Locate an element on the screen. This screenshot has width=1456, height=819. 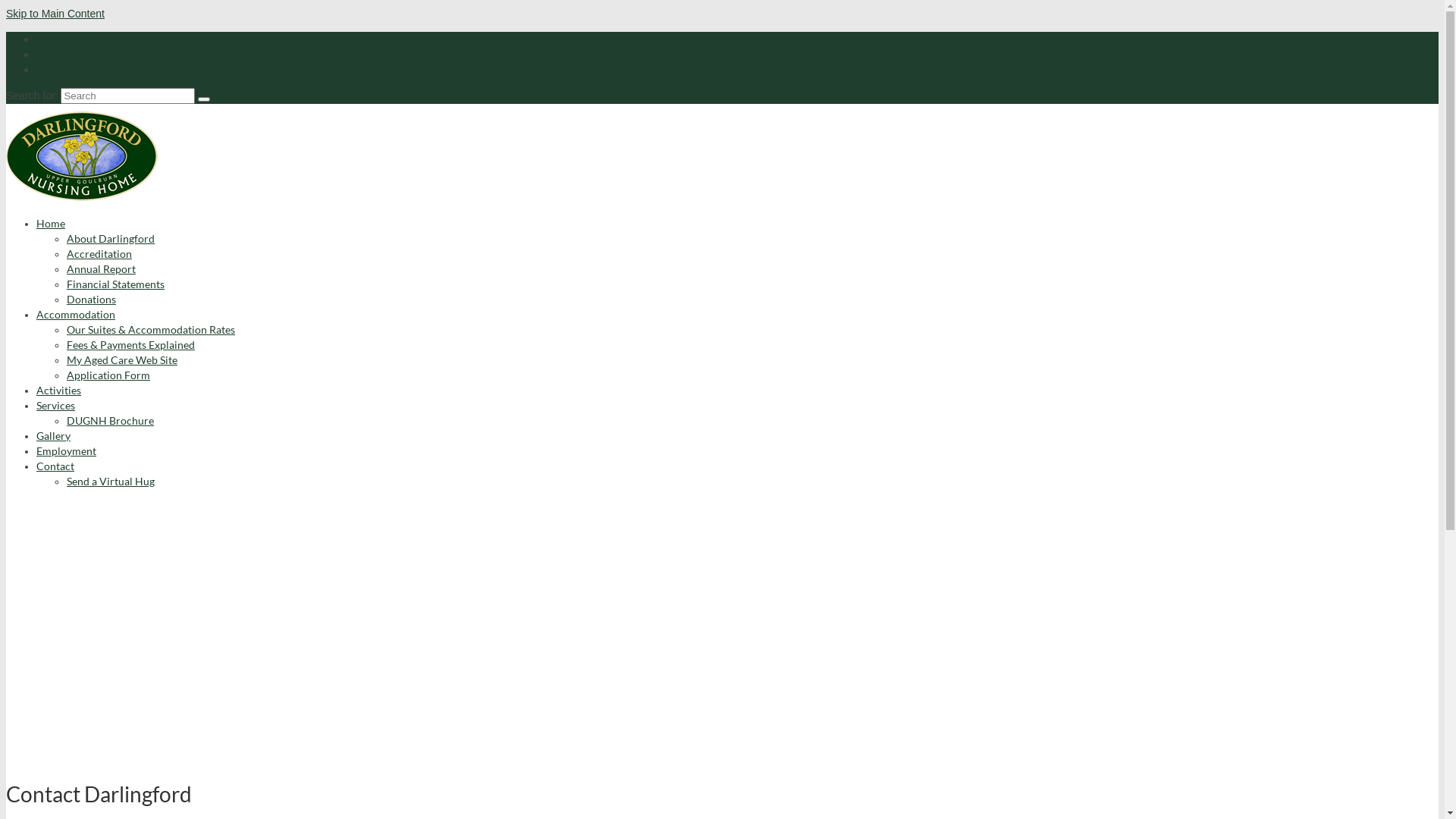
'Skip to Main Content' is located at coordinates (55, 14).